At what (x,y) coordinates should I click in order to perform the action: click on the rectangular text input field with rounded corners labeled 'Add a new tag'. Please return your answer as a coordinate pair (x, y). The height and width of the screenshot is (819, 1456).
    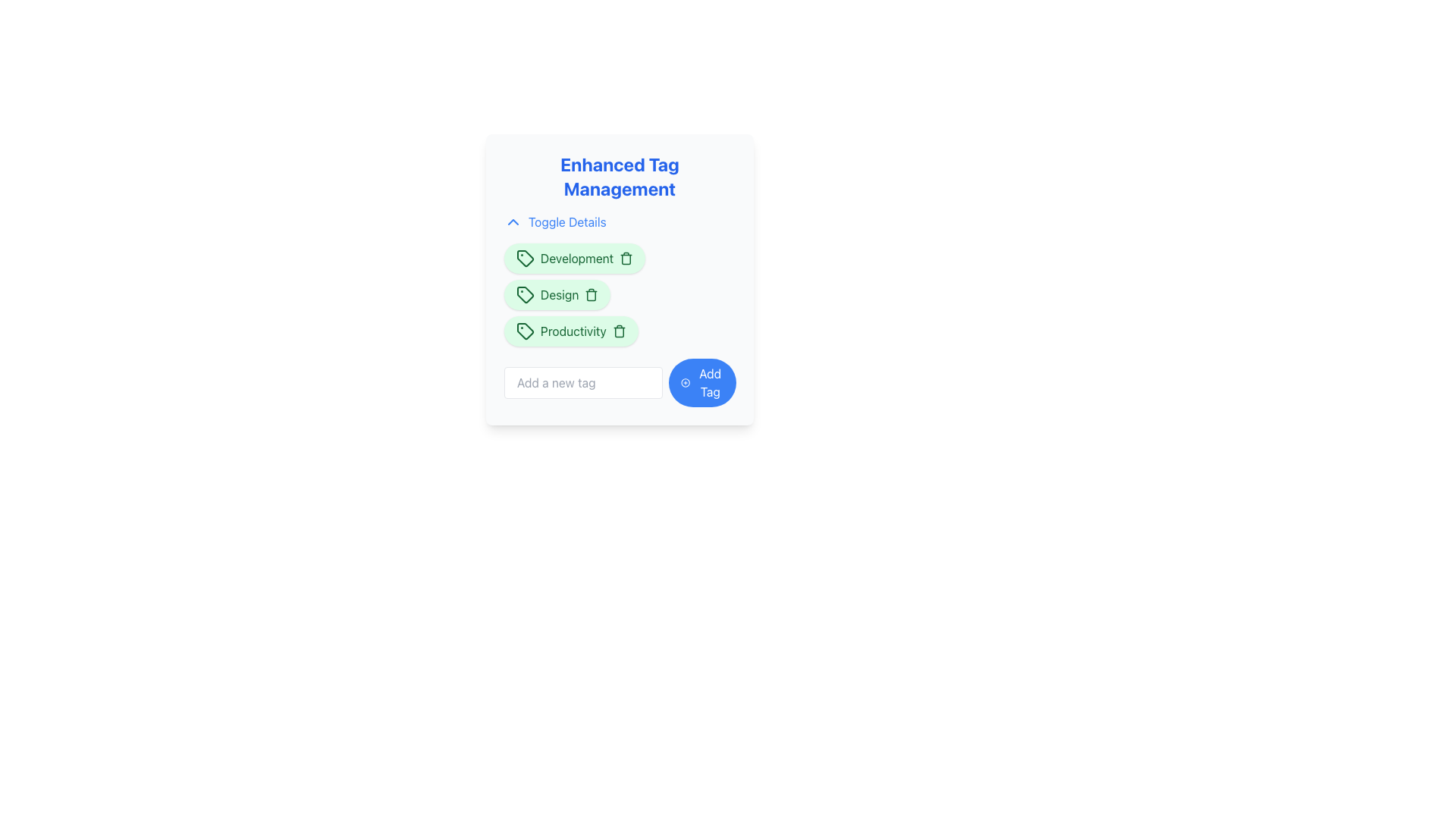
    Looking at the image, I should click on (582, 382).